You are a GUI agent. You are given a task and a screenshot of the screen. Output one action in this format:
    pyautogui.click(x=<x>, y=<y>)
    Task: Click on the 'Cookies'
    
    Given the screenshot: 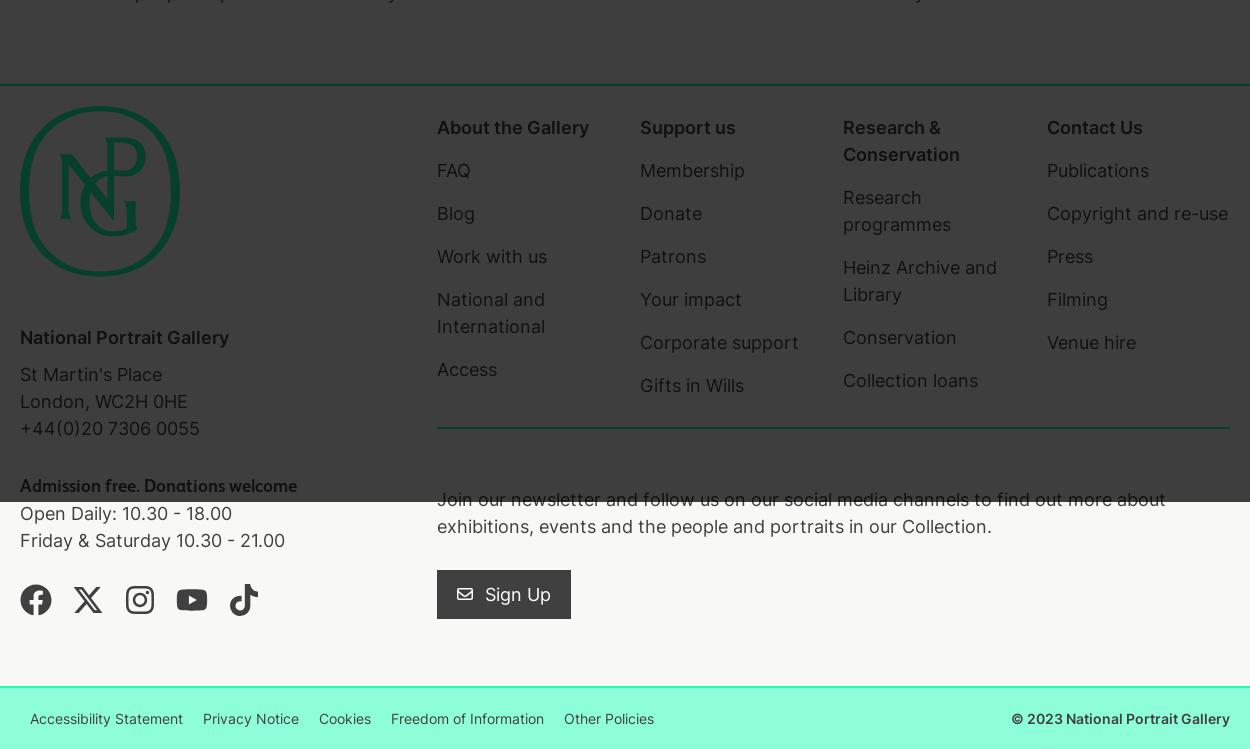 What is the action you would take?
    pyautogui.click(x=344, y=716)
    